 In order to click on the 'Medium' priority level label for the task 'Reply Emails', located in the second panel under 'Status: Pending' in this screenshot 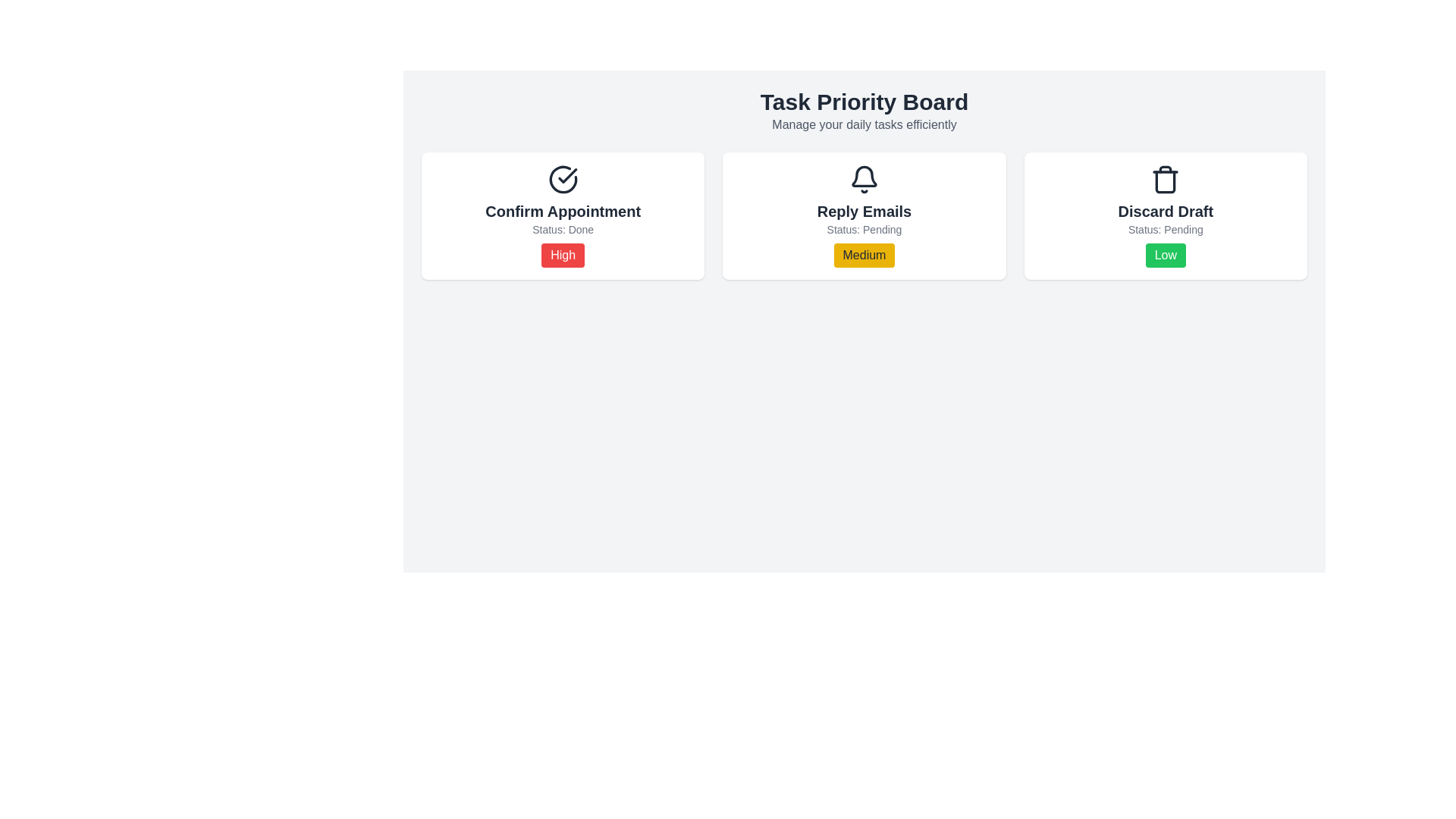, I will do `click(864, 254)`.